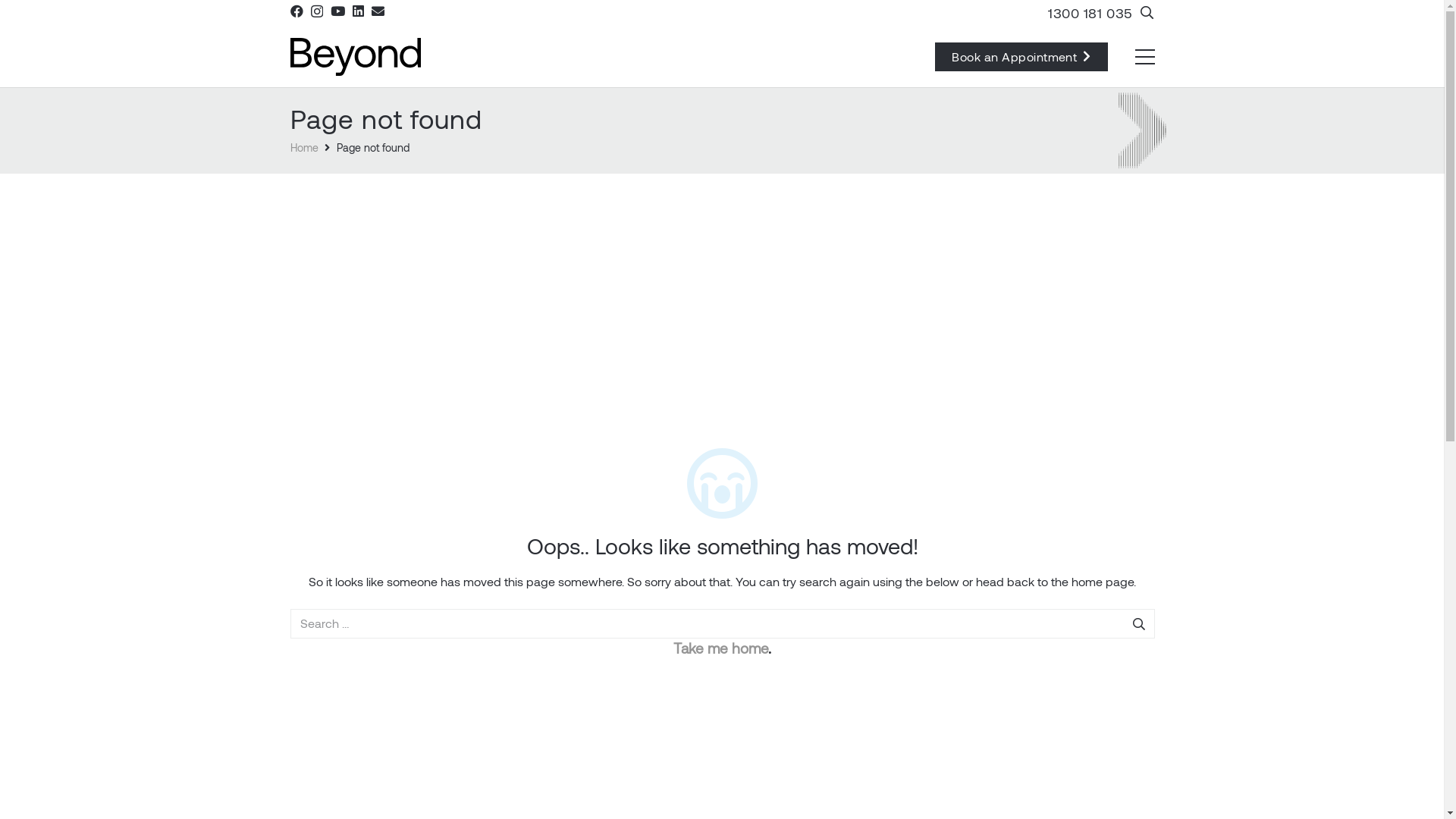 This screenshot has height=819, width=1456. I want to click on 'Email', so click(378, 11).